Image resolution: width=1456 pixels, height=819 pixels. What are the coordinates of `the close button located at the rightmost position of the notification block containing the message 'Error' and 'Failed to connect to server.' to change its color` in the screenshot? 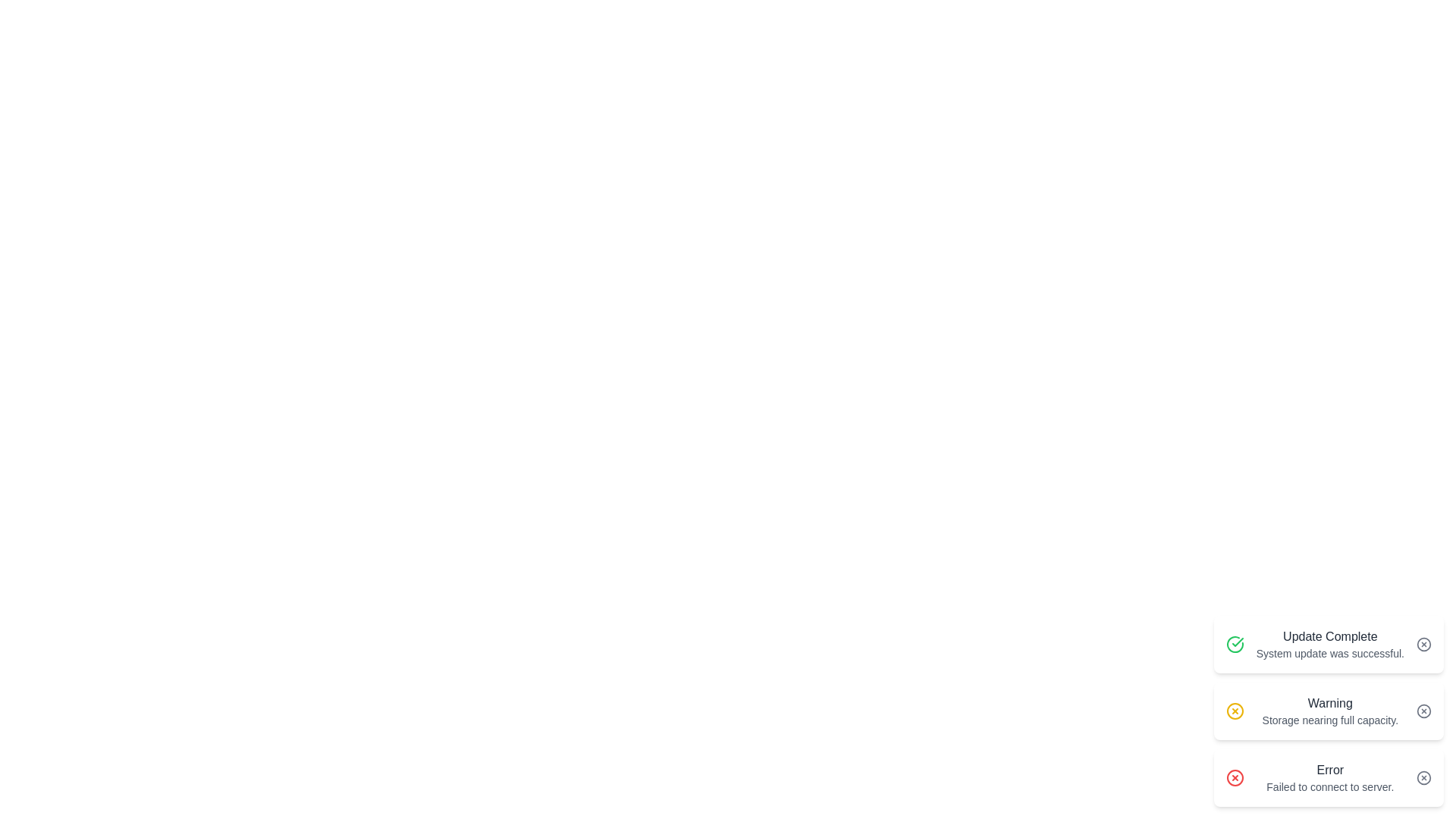 It's located at (1423, 778).